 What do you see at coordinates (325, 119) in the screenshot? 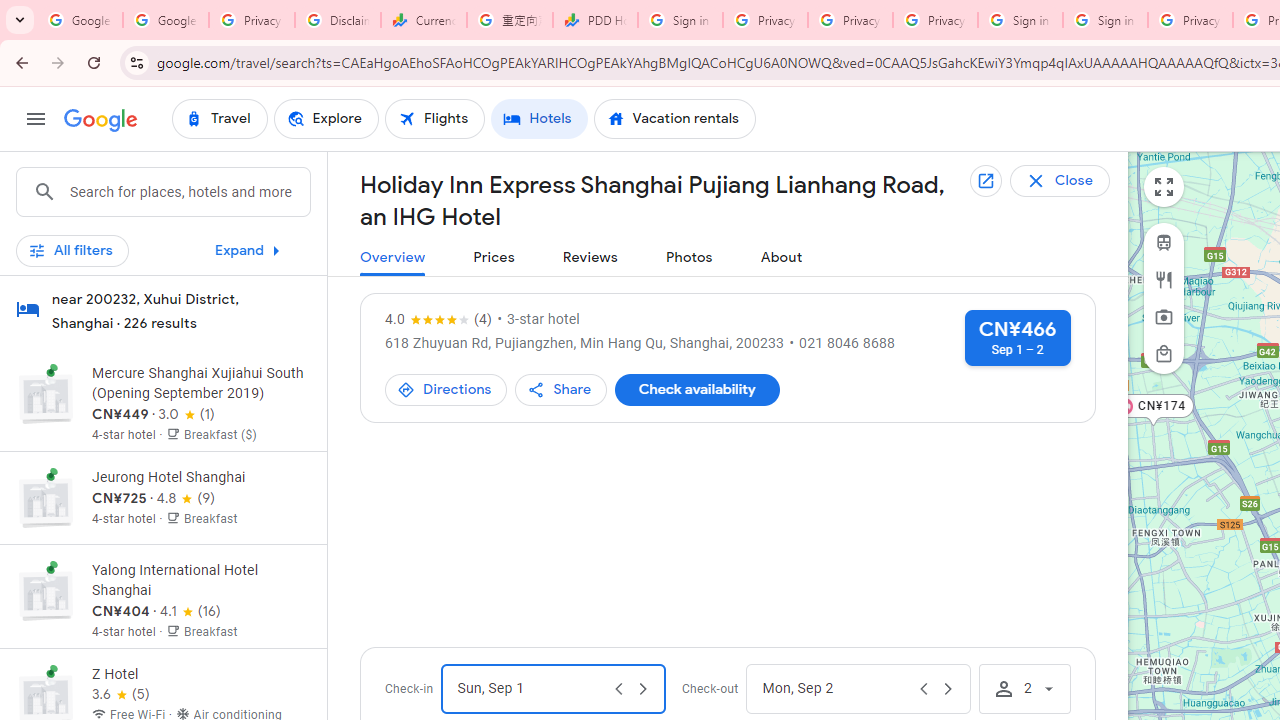
I see `'Explore'` at bounding box center [325, 119].